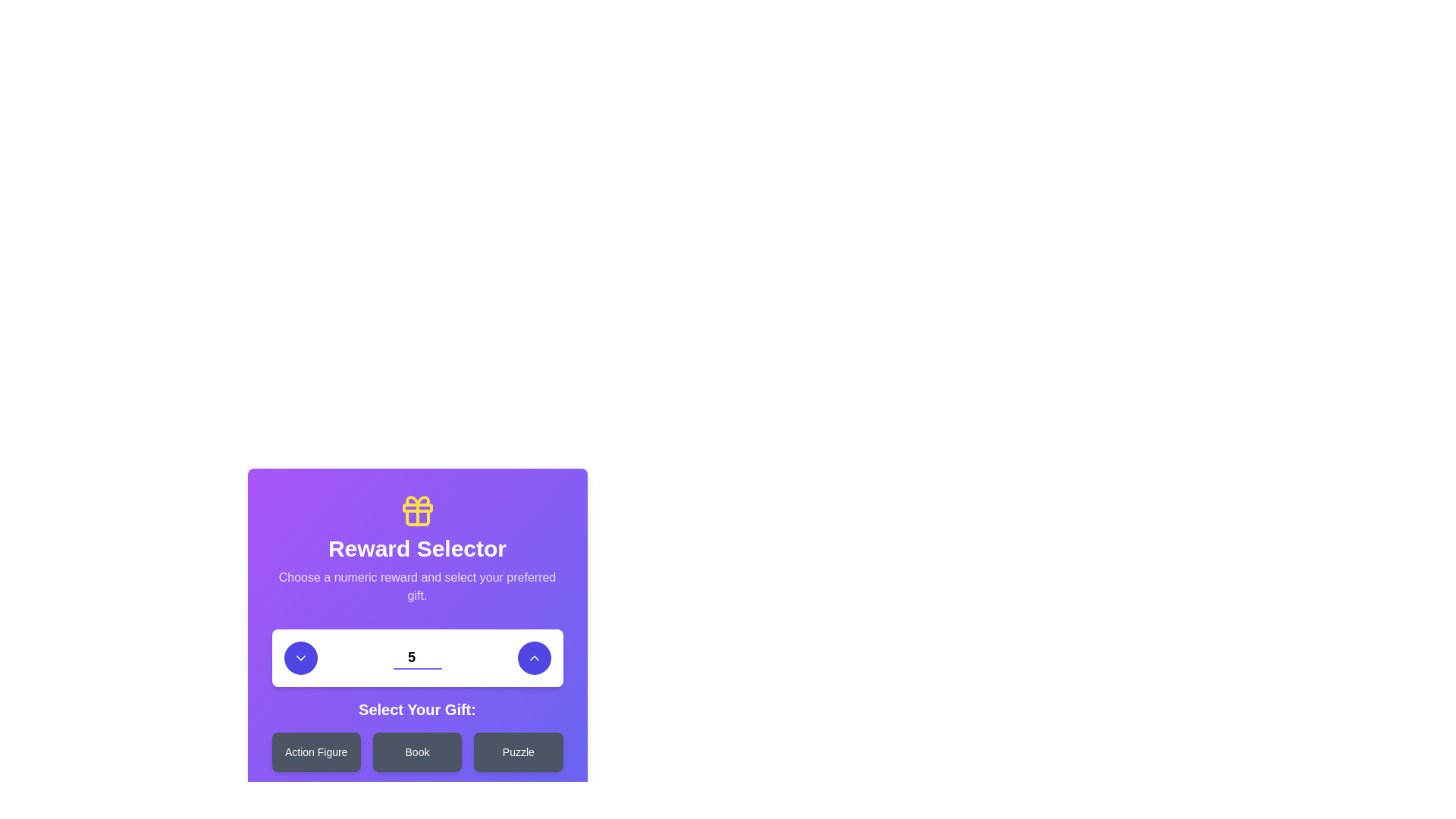  I want to click on the 'Puzzle' button located at the bottom of the 'Reward Selector' card, so click(518, 752).